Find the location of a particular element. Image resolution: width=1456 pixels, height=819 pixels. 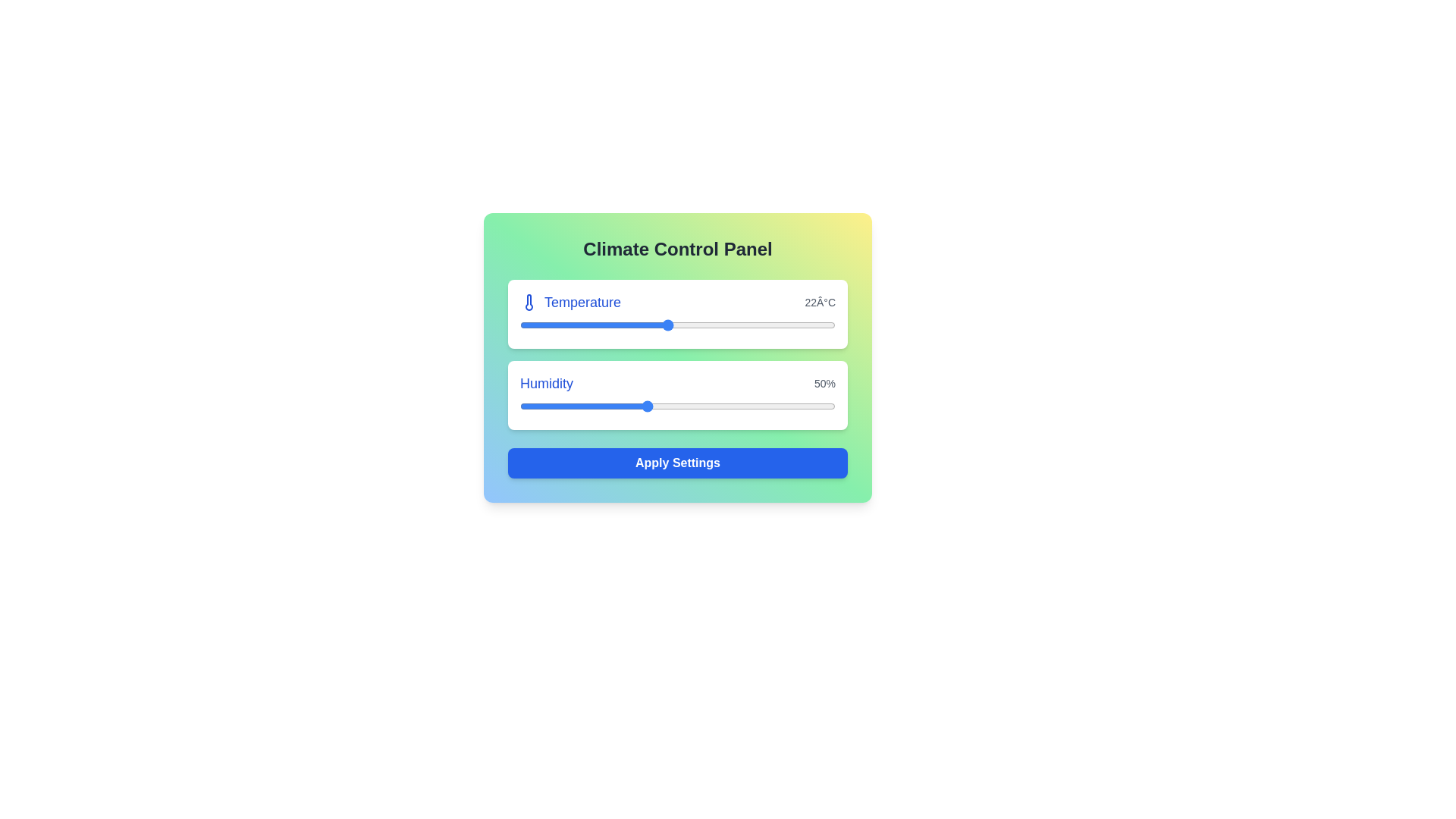

the temperature slider is located at coordinates (792, 324).